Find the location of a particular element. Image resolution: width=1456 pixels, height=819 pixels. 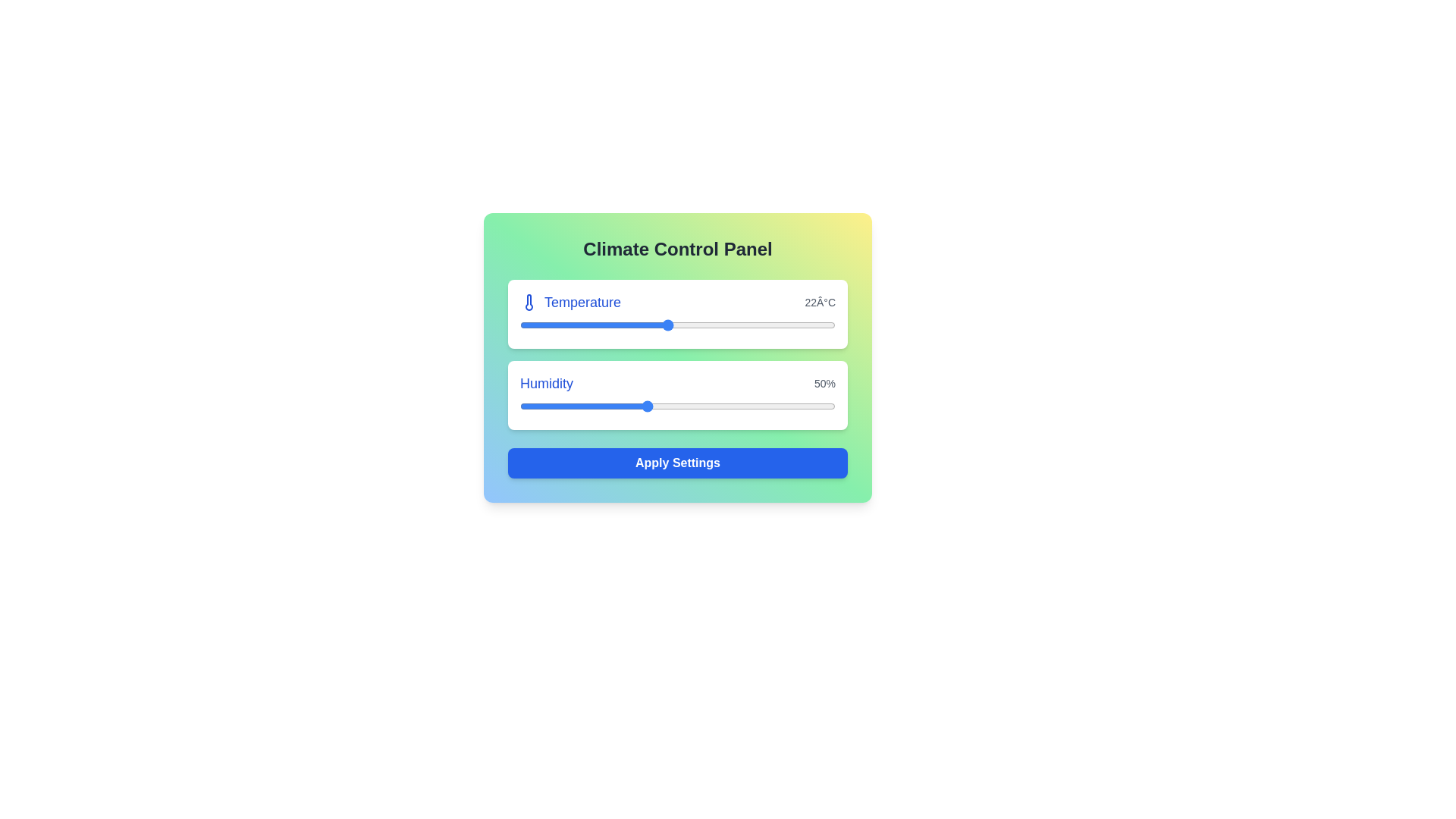

the temperature slider is located at coordinates (792, 324).